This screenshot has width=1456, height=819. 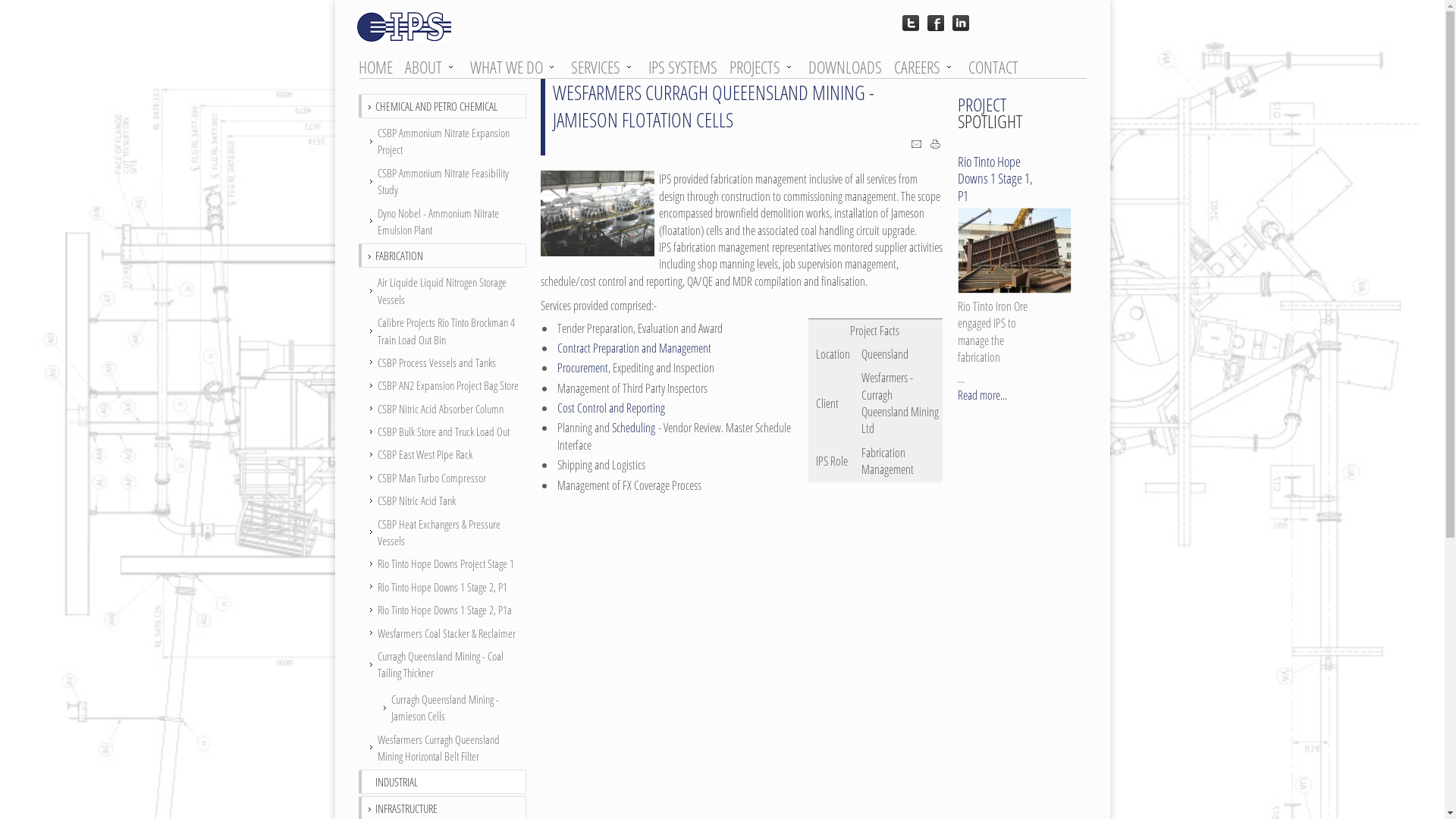 What do you see at coordinates (442, 362) in the screenshot?
I see `'CSBP Process Vessels and Tanks'` at bounding box center [442, 362].